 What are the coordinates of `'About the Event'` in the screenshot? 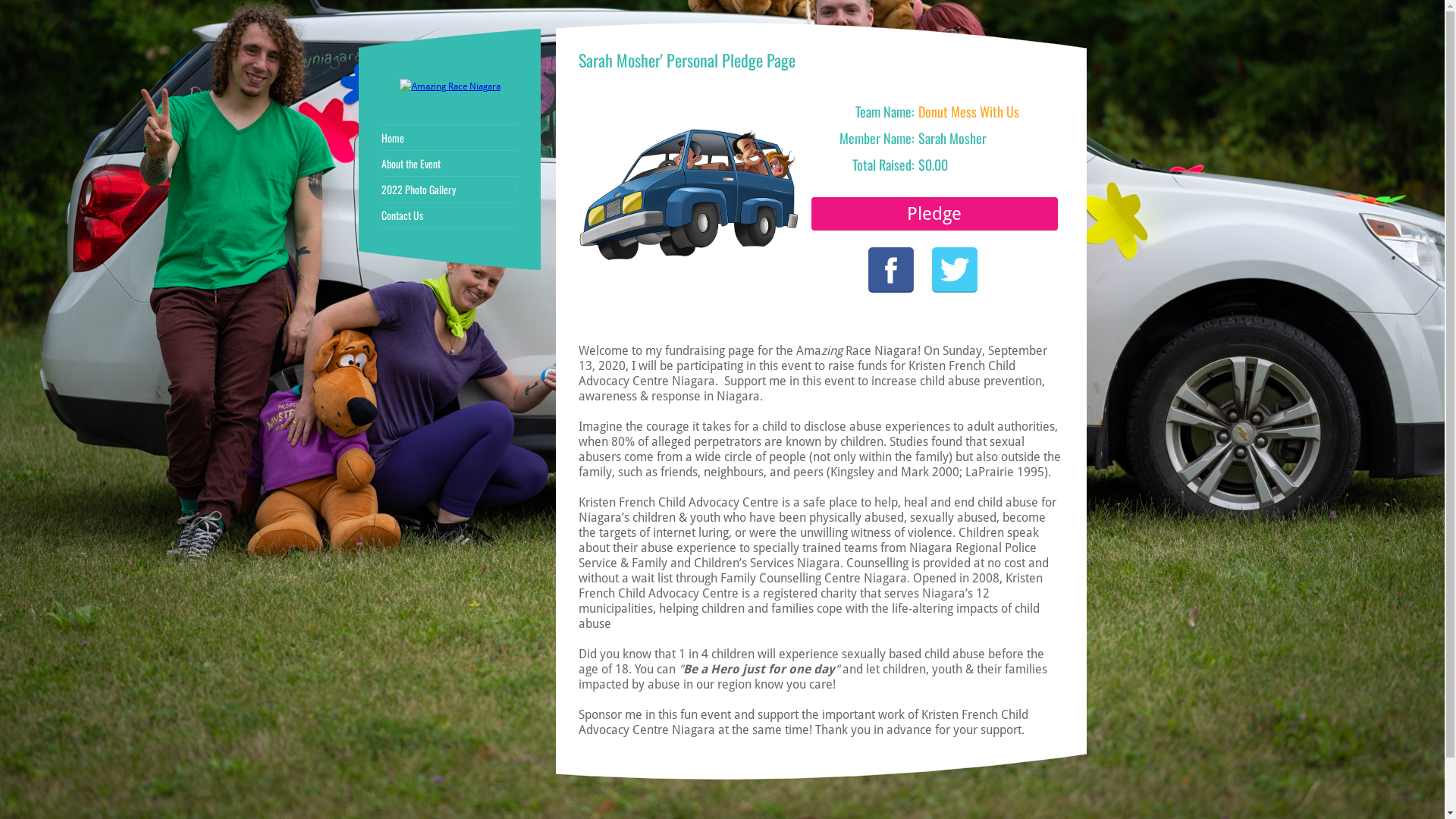 It's located at (381, 164).